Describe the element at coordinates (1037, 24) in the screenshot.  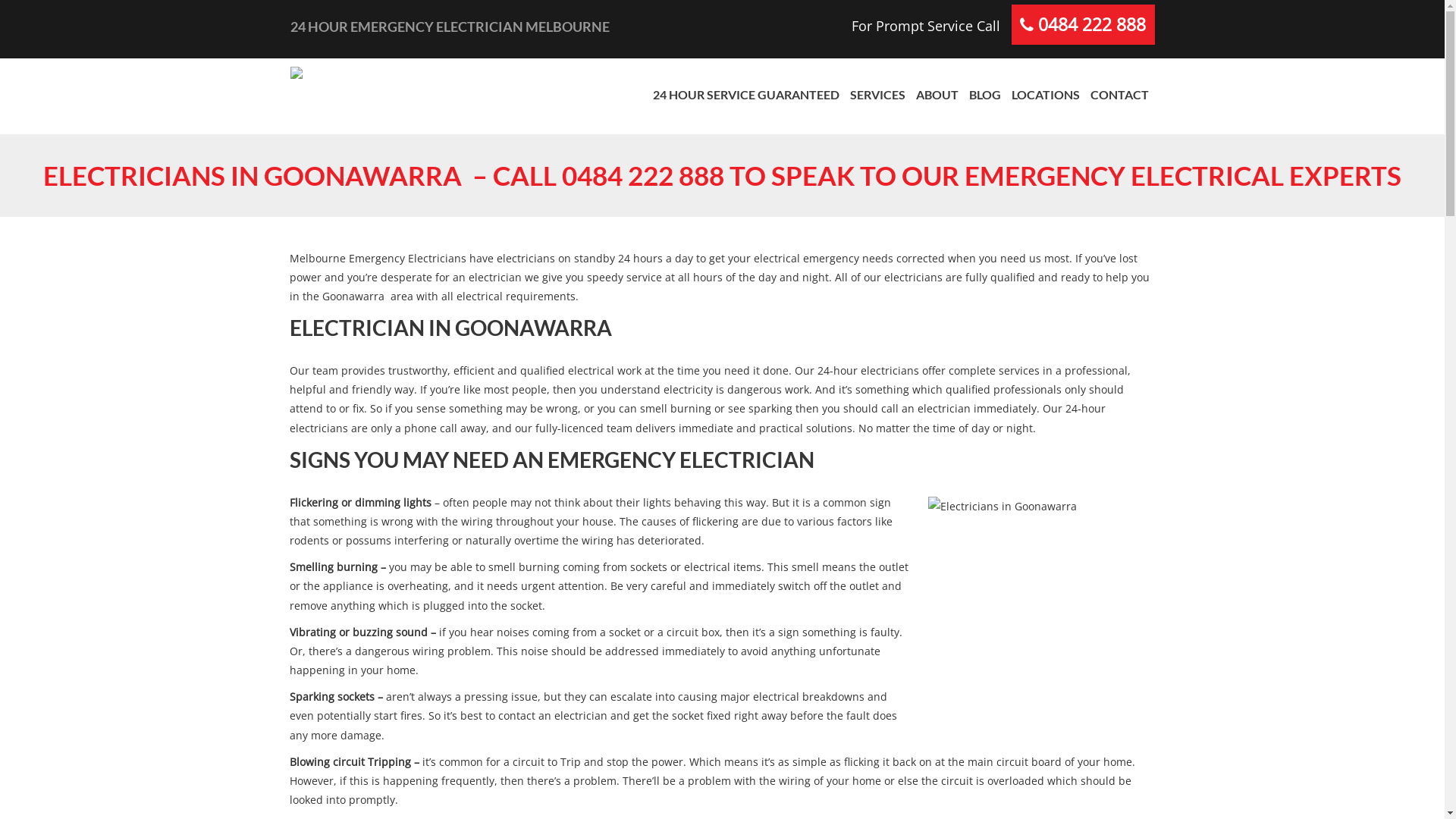
I see `'0484 222 888'` at that location.